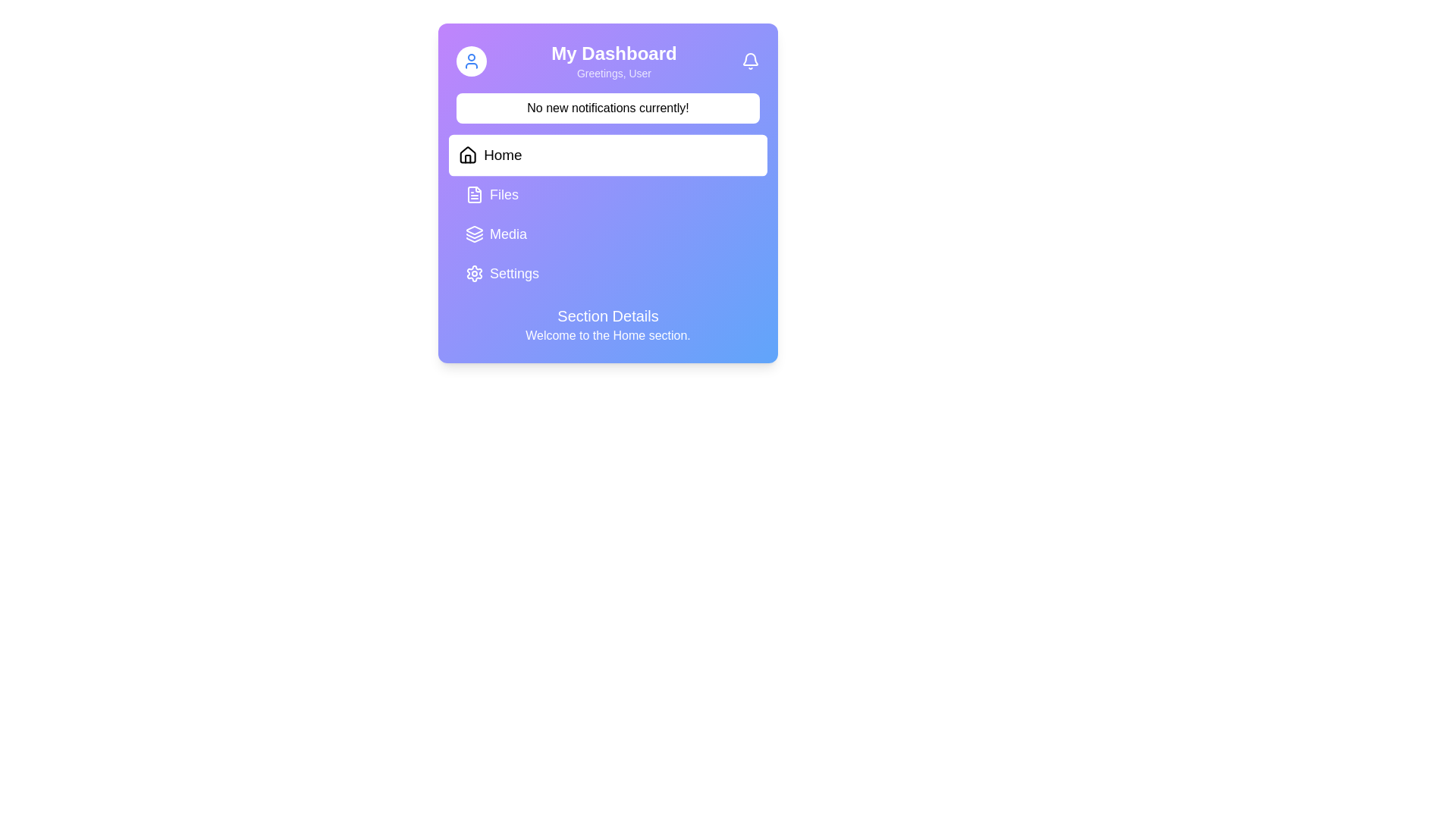  Describe the element at coordinates (607, 107) in the screenshot. I see `informational text displayed in the text display box located in the center of the dashboard, underneath the greeting message section and above the navigation menu items` at that location.